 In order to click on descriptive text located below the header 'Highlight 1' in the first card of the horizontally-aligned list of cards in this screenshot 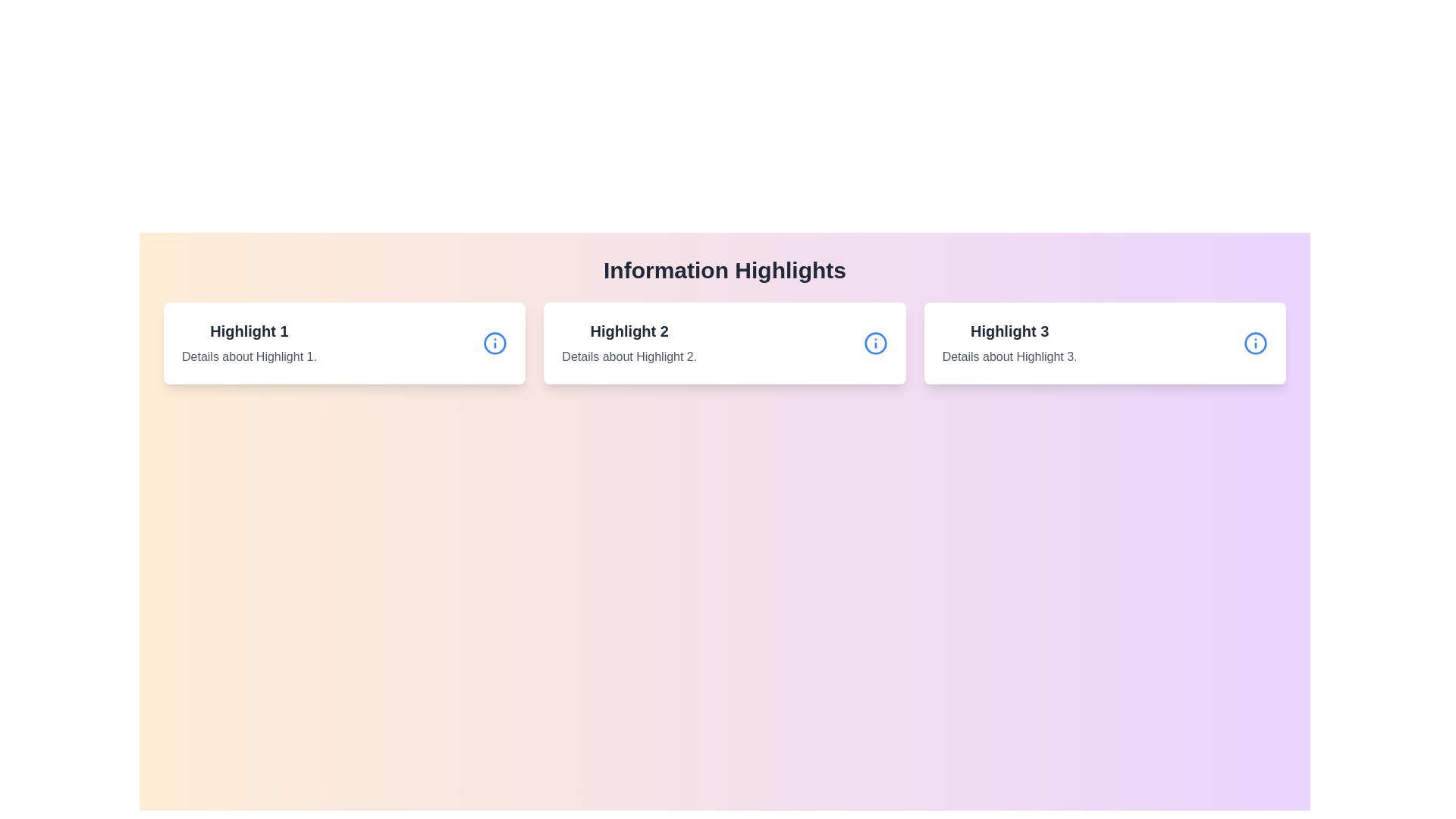, I will do `click(249, 356)`.